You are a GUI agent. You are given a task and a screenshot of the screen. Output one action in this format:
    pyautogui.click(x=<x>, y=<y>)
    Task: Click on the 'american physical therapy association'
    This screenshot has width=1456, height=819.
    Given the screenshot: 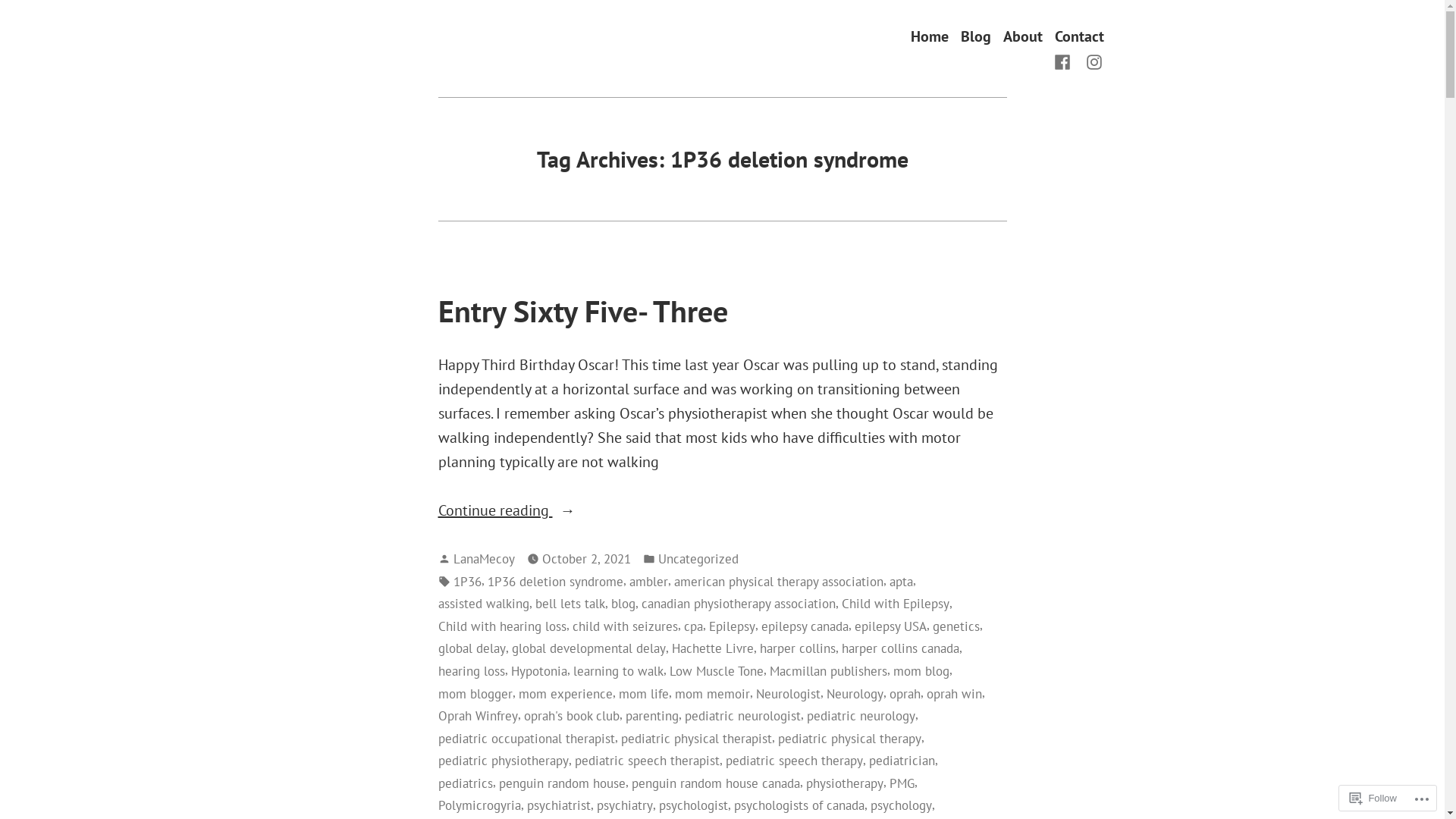 What is the action you would take?
    pyautogui.click(x=778, y=581)
    